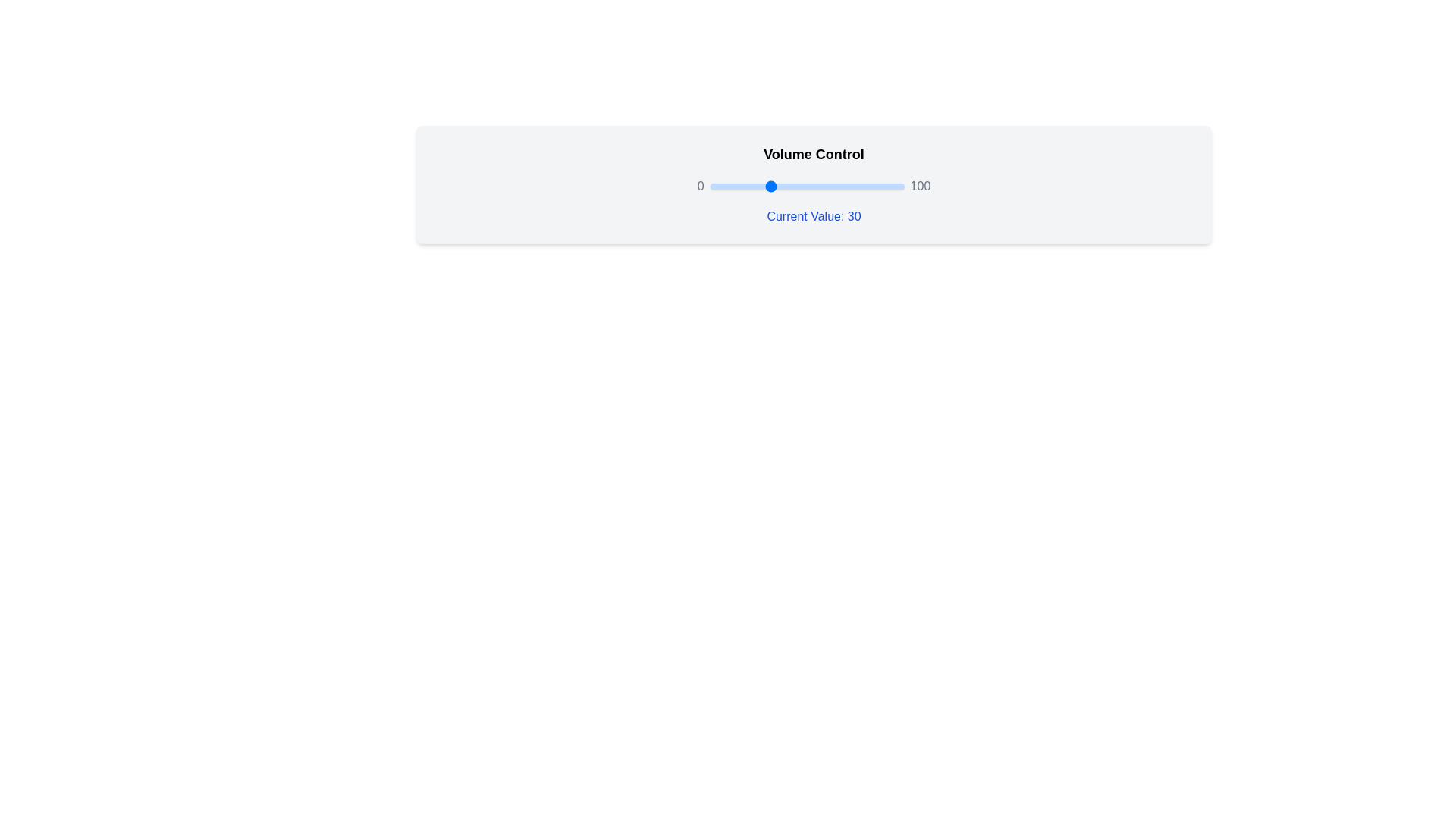 The width and height of the screenshot is (1456, 819). What do you see at coordinates (786, 186) in the screenshot?
I see `the slider to set the volume to 39` at bounding box center [786, 186].